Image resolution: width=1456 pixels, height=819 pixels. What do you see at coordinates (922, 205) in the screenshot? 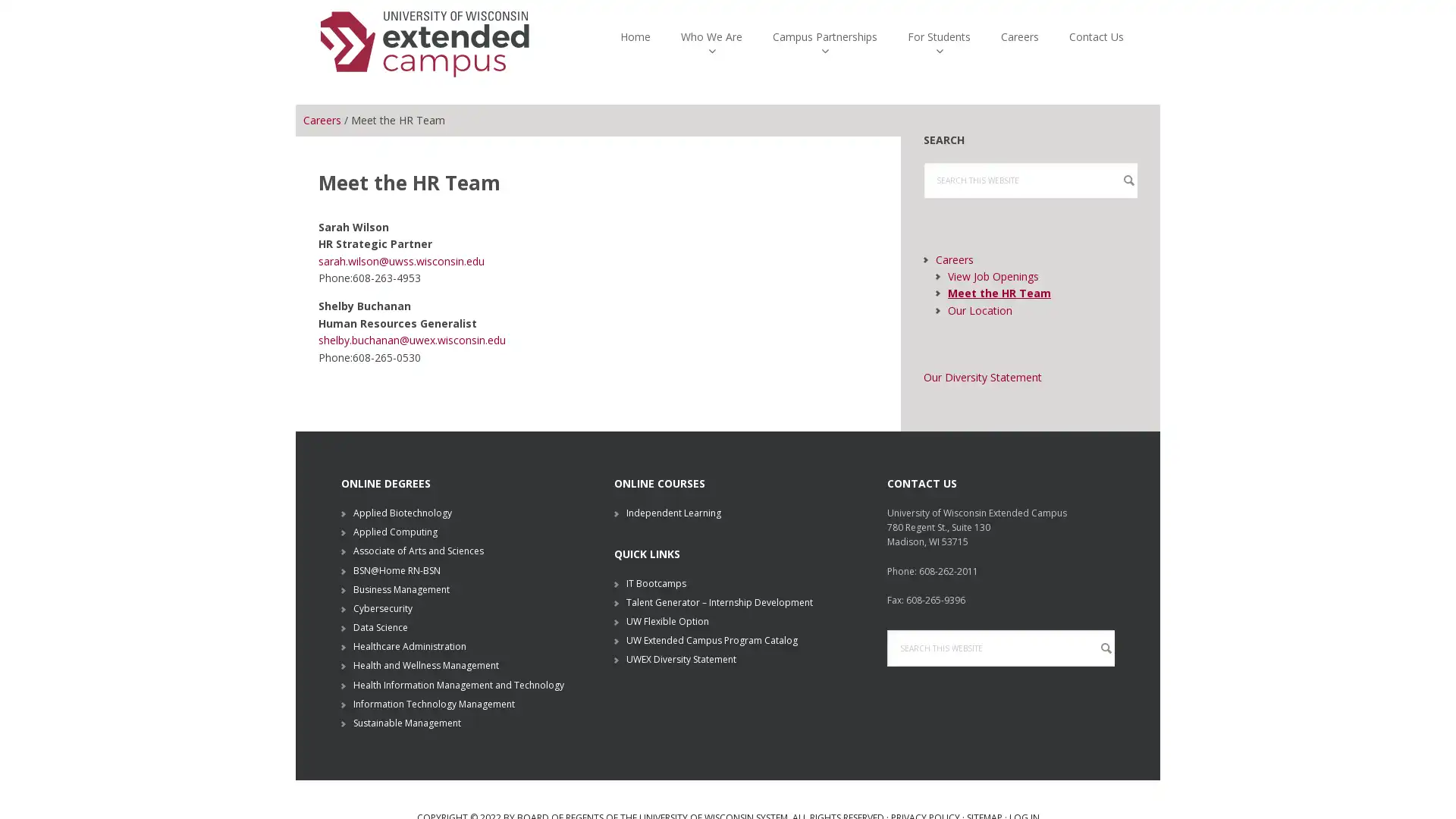
I see `Search` at bounding box center [922, 205].